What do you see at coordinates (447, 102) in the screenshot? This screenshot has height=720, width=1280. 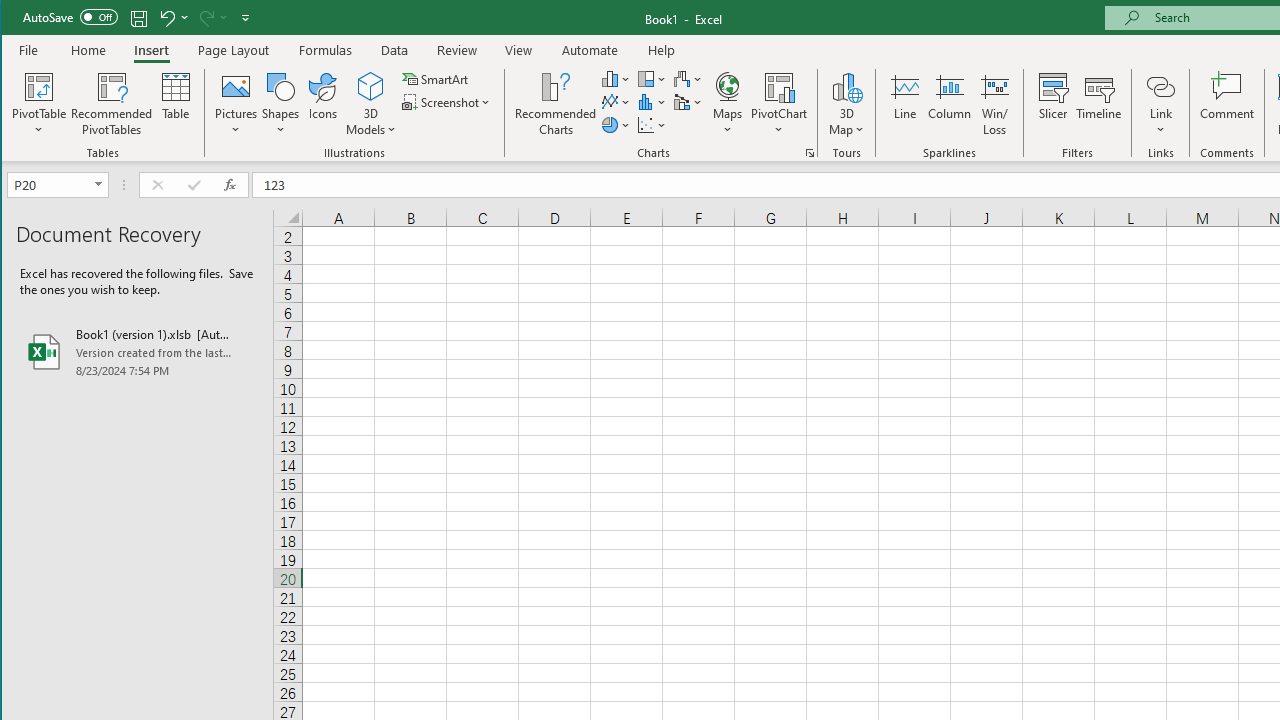 I see `'Screenshot'` at bounding box center [447, 102].